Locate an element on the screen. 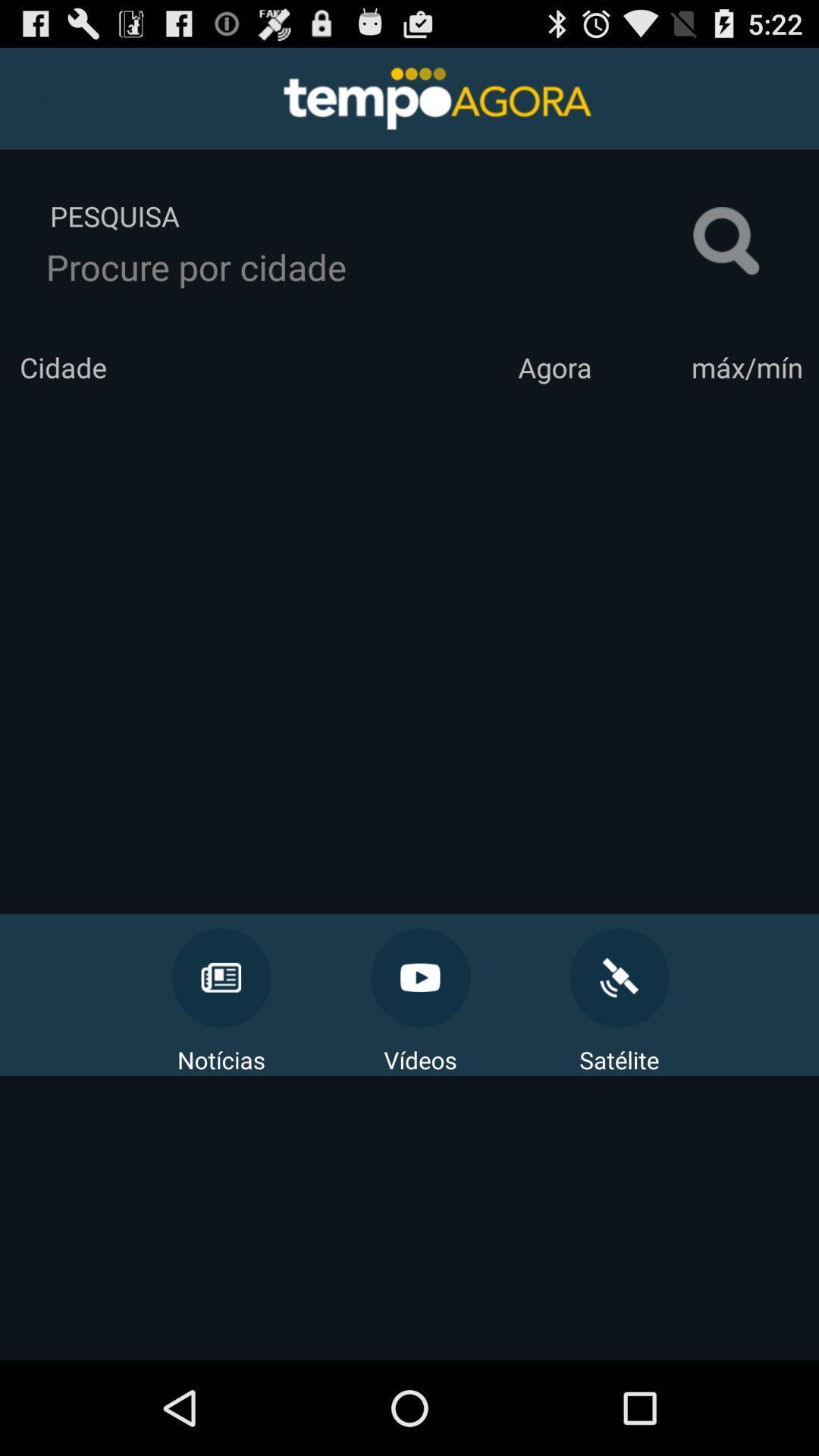  item to the right of pesquisa is located at coordinates (725, 240).